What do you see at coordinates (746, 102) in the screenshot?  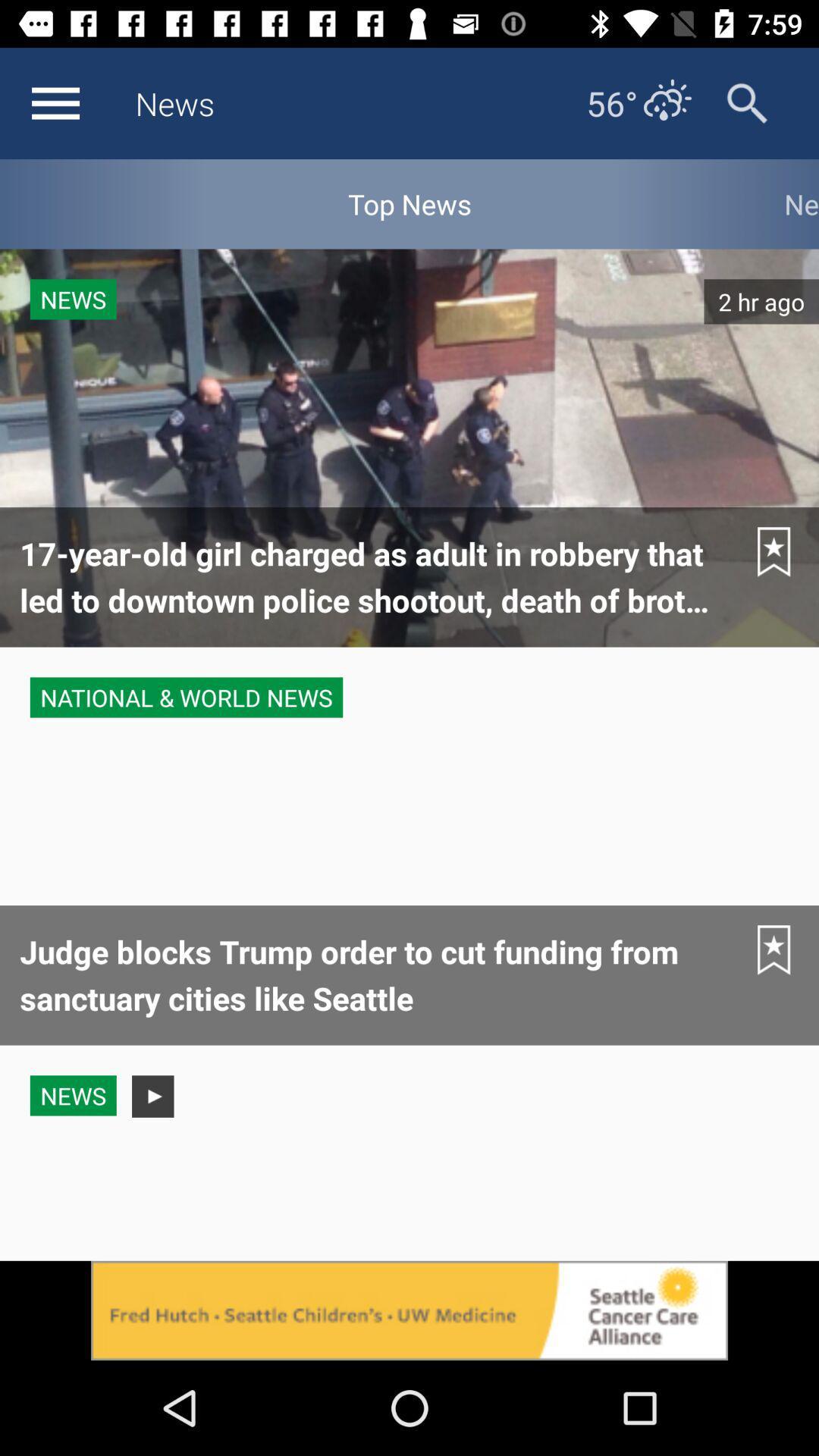 I see `search button` at bounding box center [746, 102].